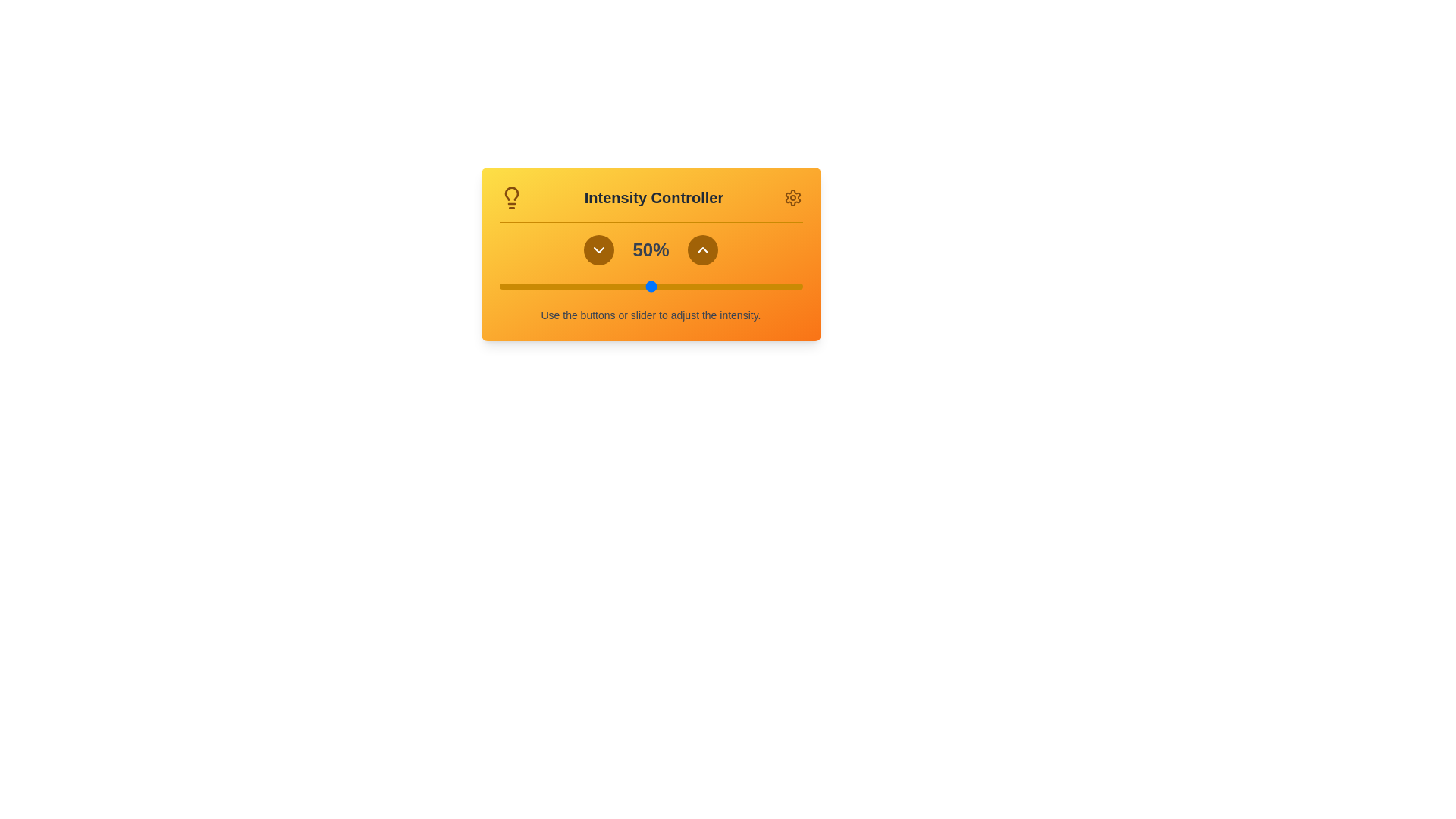 This screenshot has width=1456, height=819. What do you see at coordinates (648, 287) in the screenshot?
I see `the intensity` at bounding box center [648, 287].